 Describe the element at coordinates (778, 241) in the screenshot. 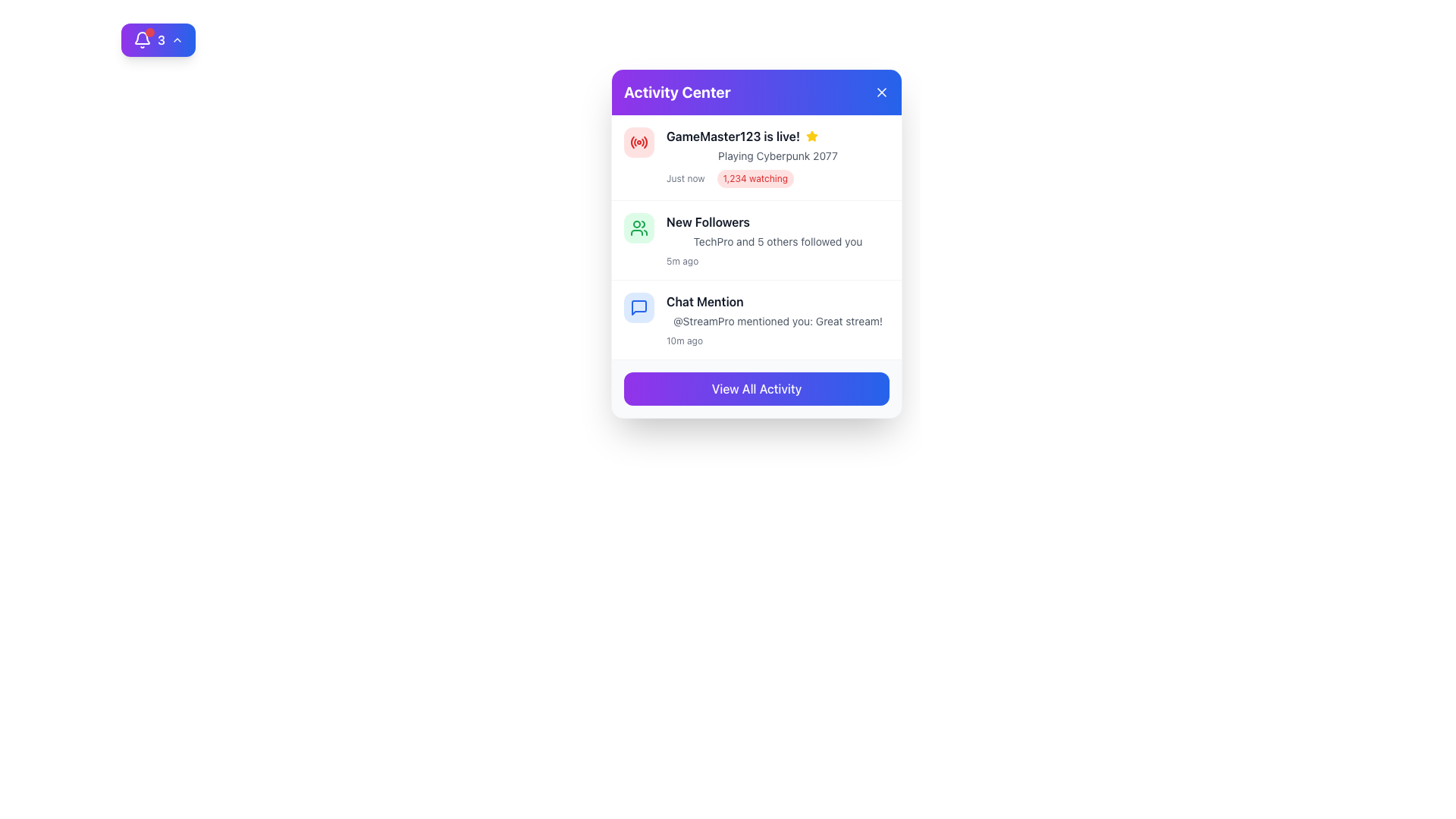

I see `the notification text label indicating new followers in the 'Activity Center' dialog, located below the 'New Followers' label and above the '5m ago' time indicator` at that location.